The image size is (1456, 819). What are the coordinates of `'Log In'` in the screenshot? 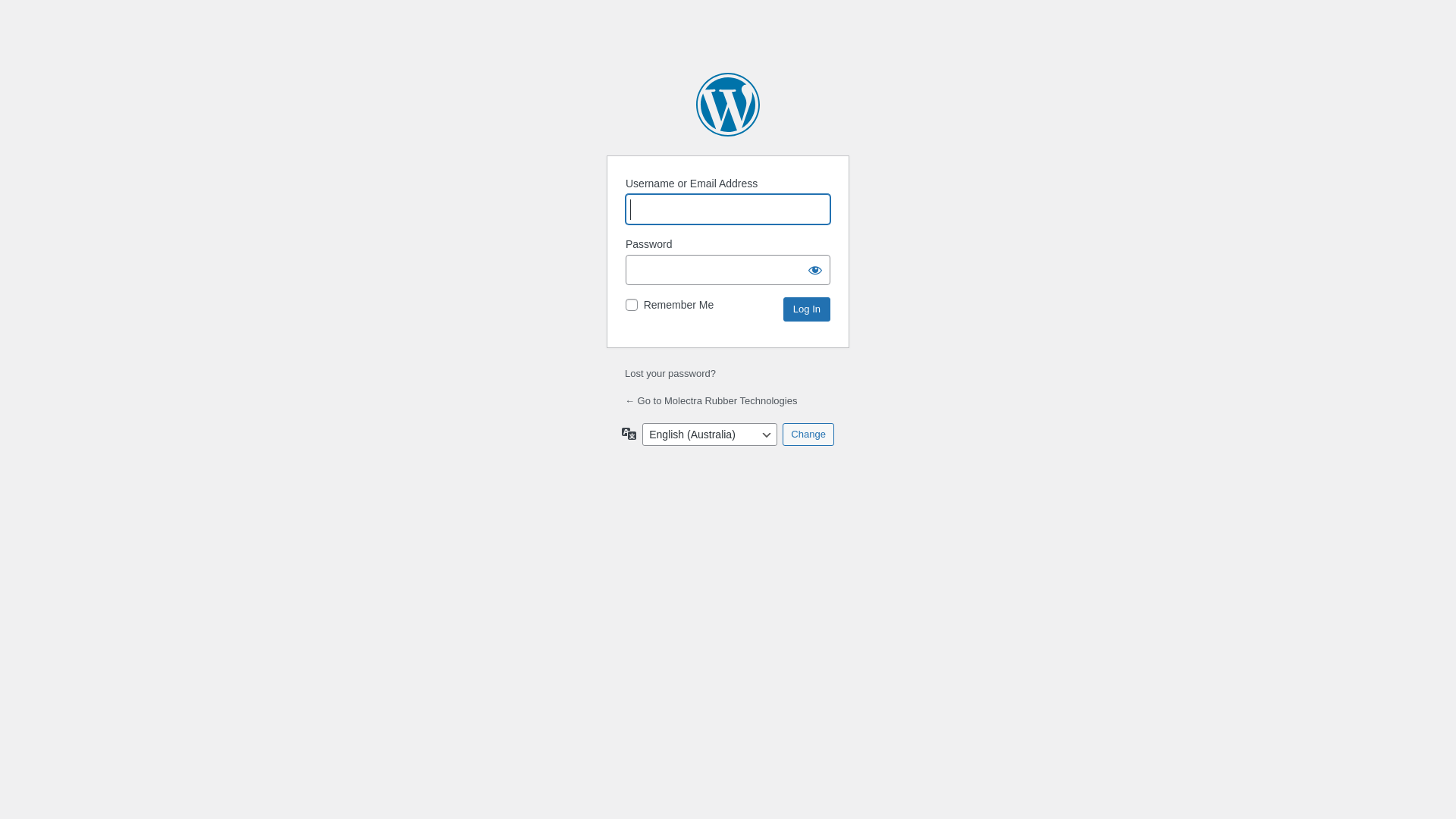 It's located at (806, 309).